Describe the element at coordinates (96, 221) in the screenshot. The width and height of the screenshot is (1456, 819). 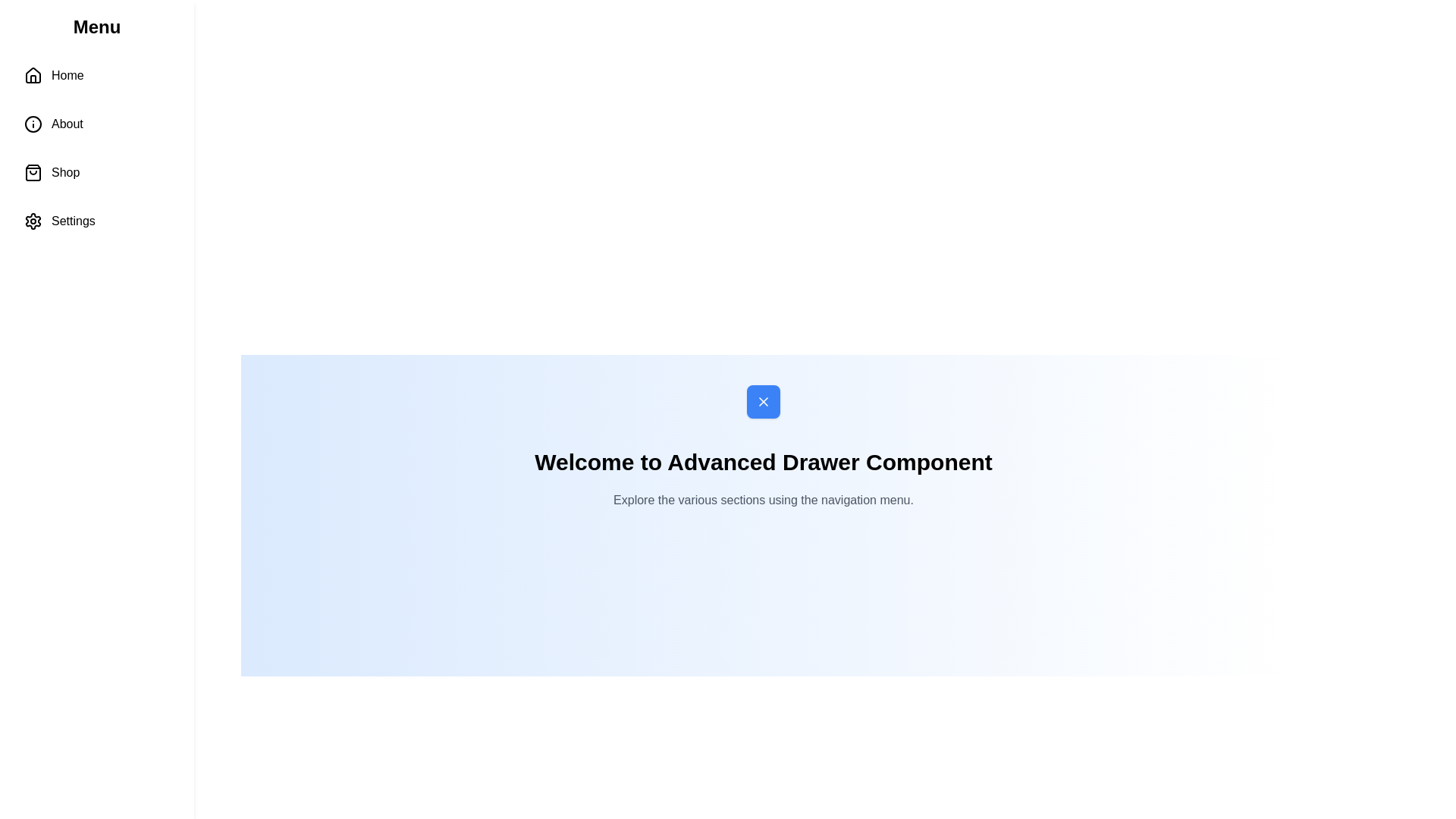
I see `the 'Settings' button located at the bottom of the sidebar navigation section to observe the hover effect` at that location.